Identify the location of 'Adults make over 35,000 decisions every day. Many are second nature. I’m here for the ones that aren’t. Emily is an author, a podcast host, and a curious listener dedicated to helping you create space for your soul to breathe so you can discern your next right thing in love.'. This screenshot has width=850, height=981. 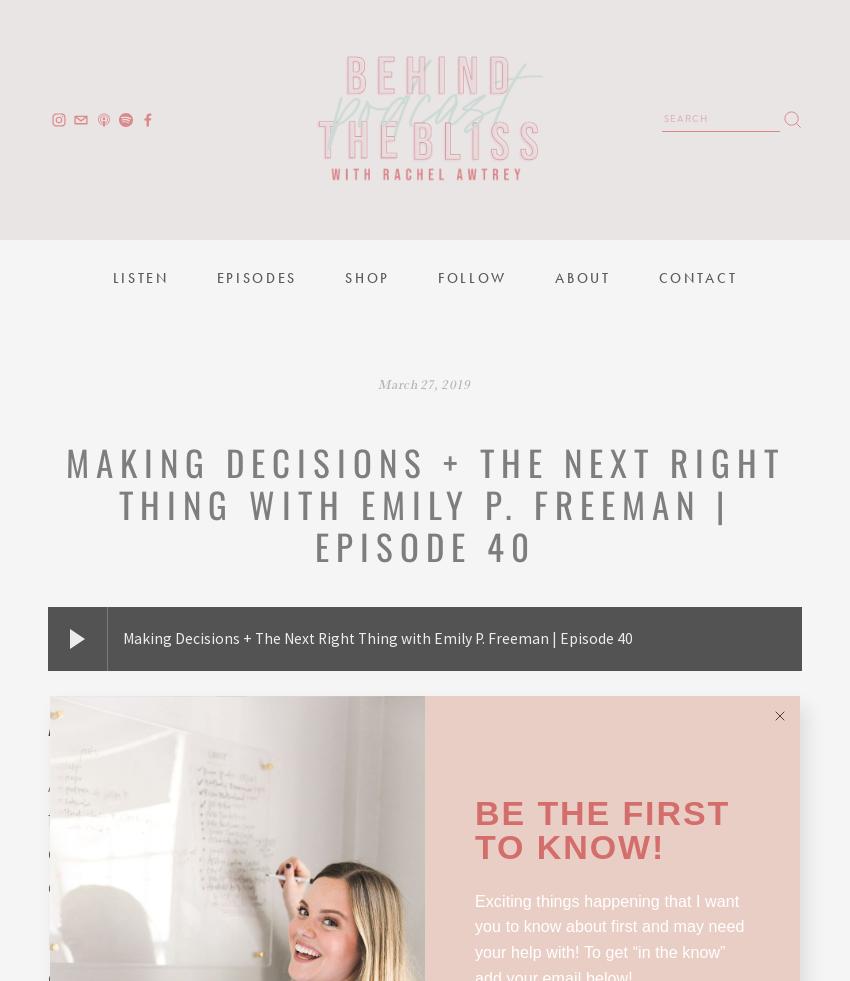
(423, 835).